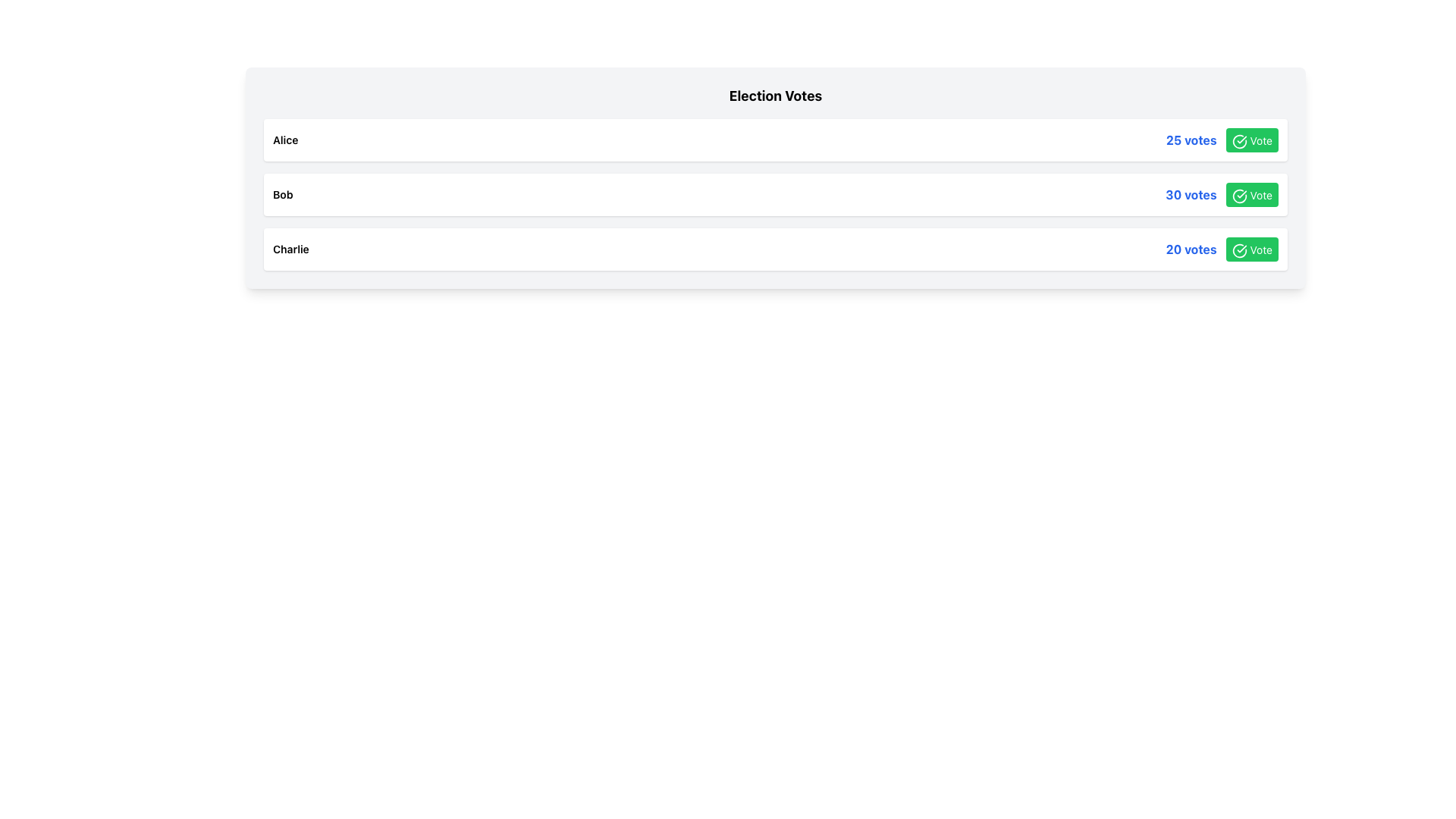 The height and width of the screenshot is (819, 1456). I want to click on text displayed on the 'Vote' button, which is a small white text within a green rounded button located to the far right of the row for 'Charlie' and '20 votes', so click(1261, 249).